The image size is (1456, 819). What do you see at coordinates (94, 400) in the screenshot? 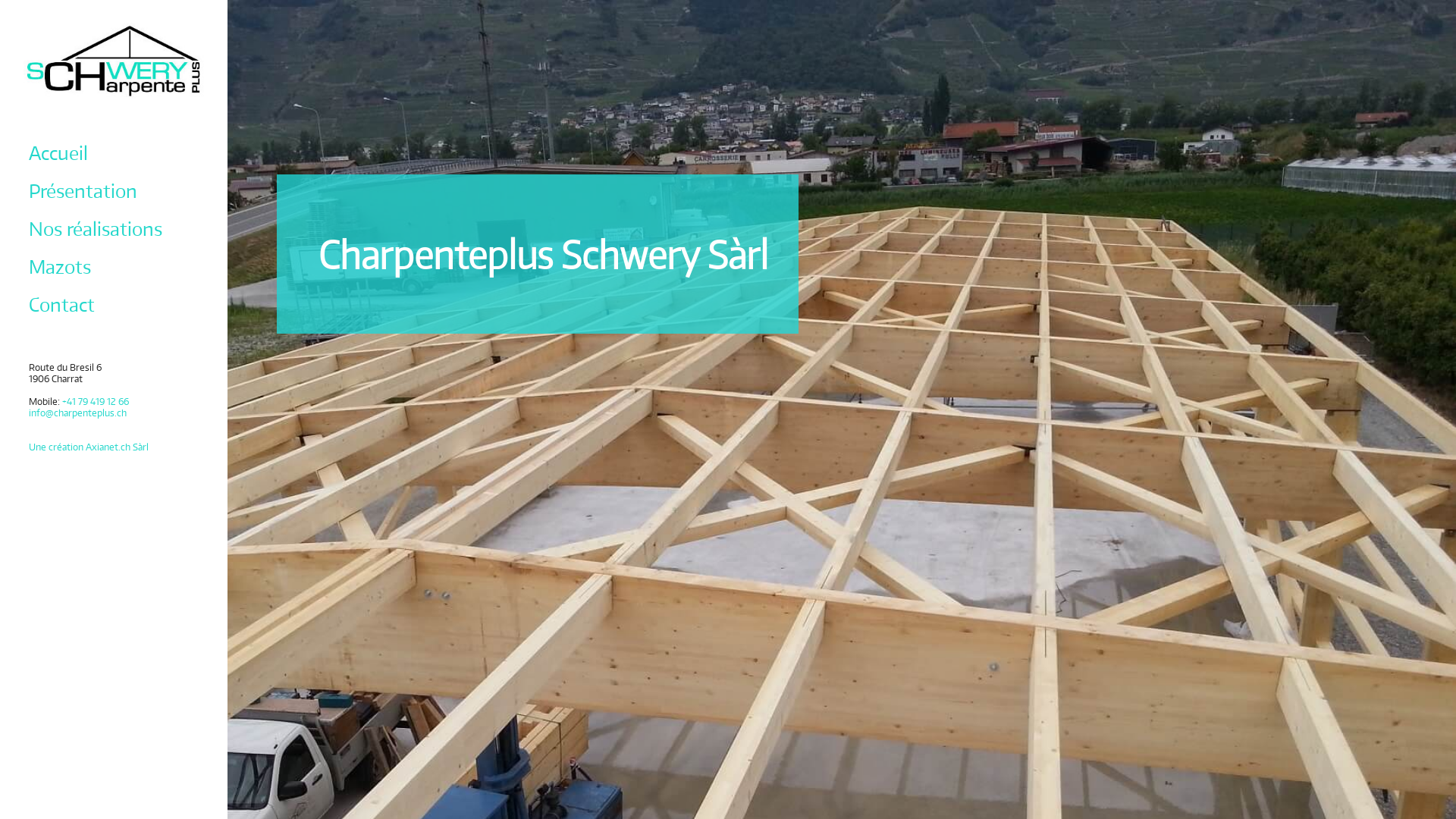
I see `'+41 79 419 12 66'` at bounding box center [94, 400].